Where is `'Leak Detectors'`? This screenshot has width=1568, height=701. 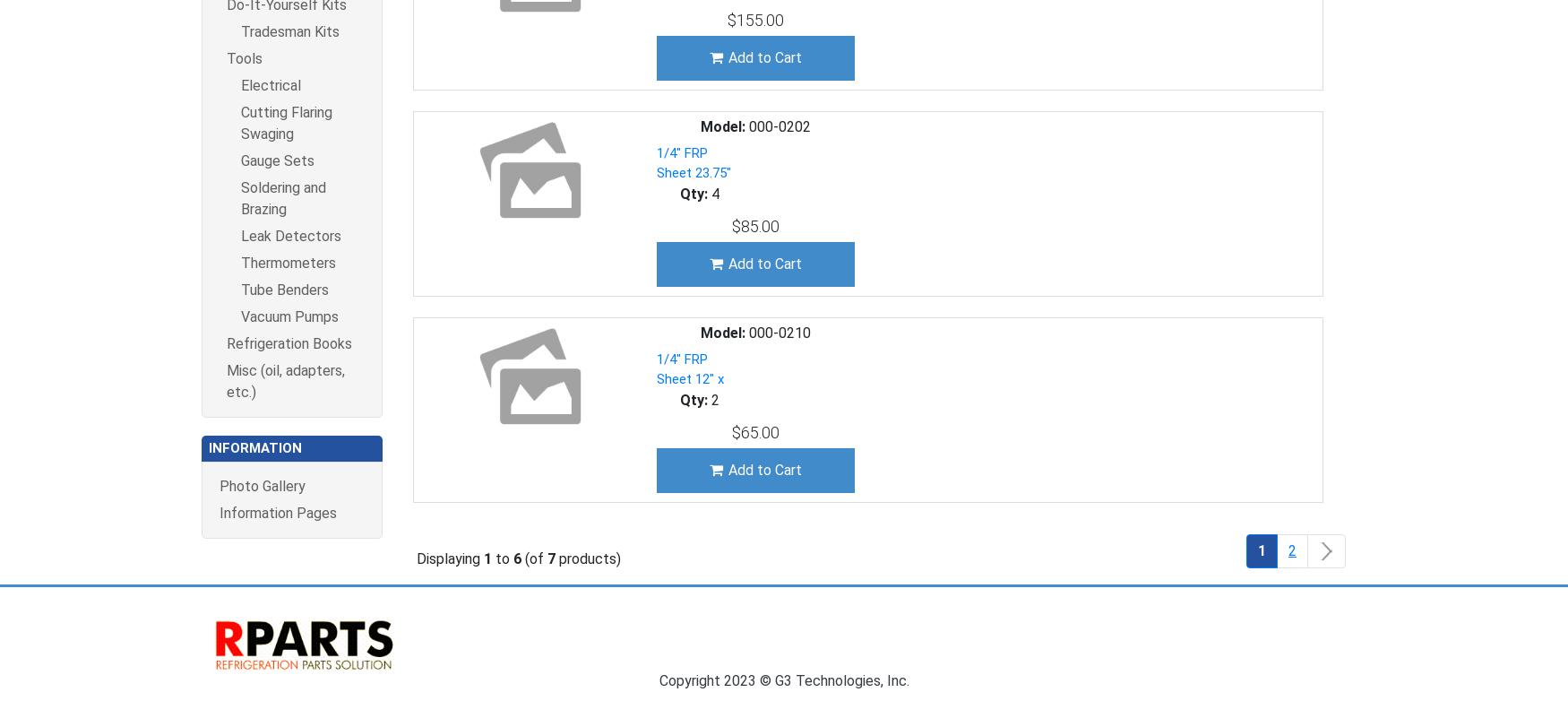
'Leak Detectors' is located at coordinates (290, 235).